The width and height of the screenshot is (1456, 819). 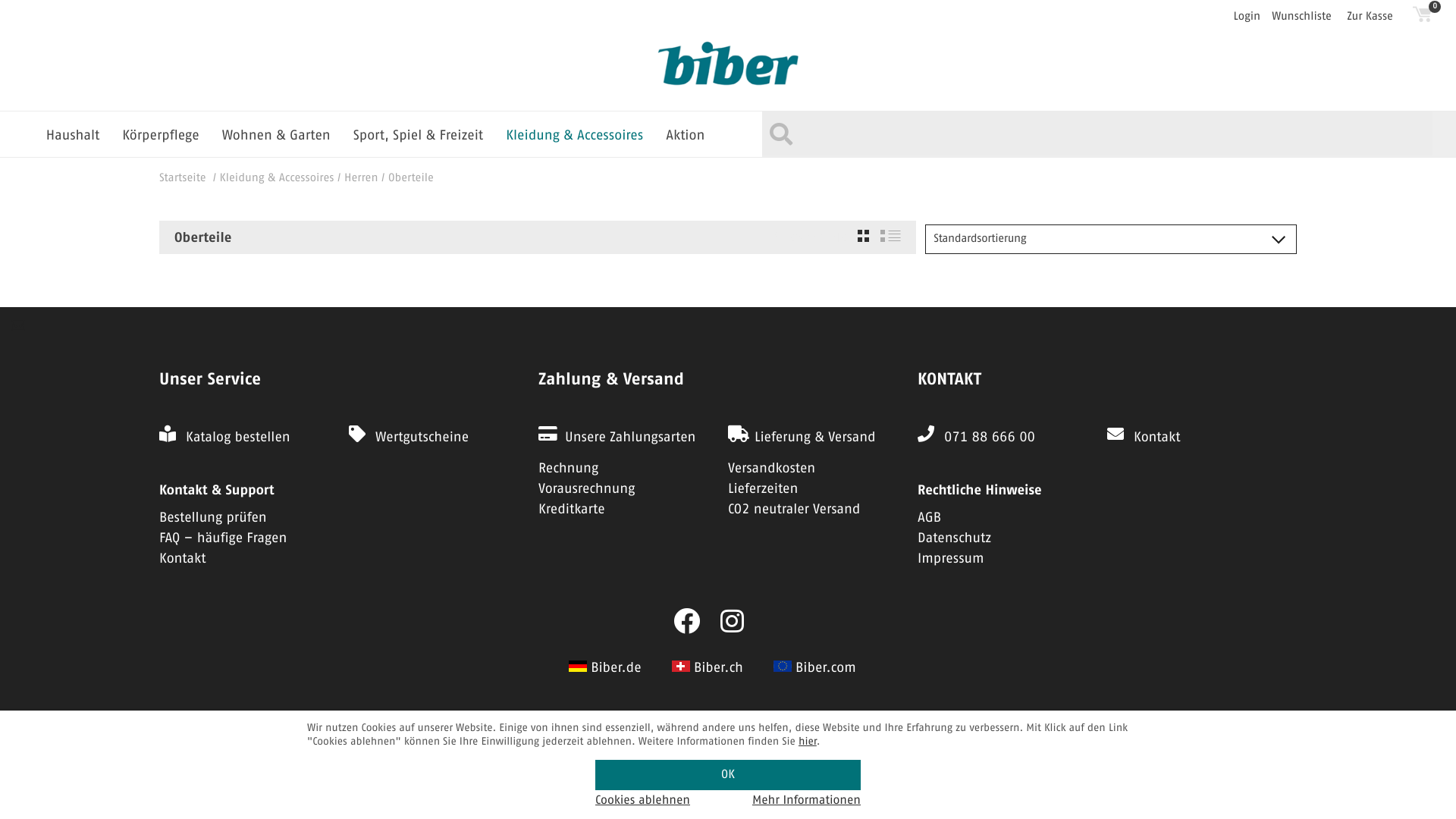 What do you see at coordinates (728, 64) in the screenshot?
I see `'Biber Umweltprodukte Versand'` at bounding box center [728, 64].